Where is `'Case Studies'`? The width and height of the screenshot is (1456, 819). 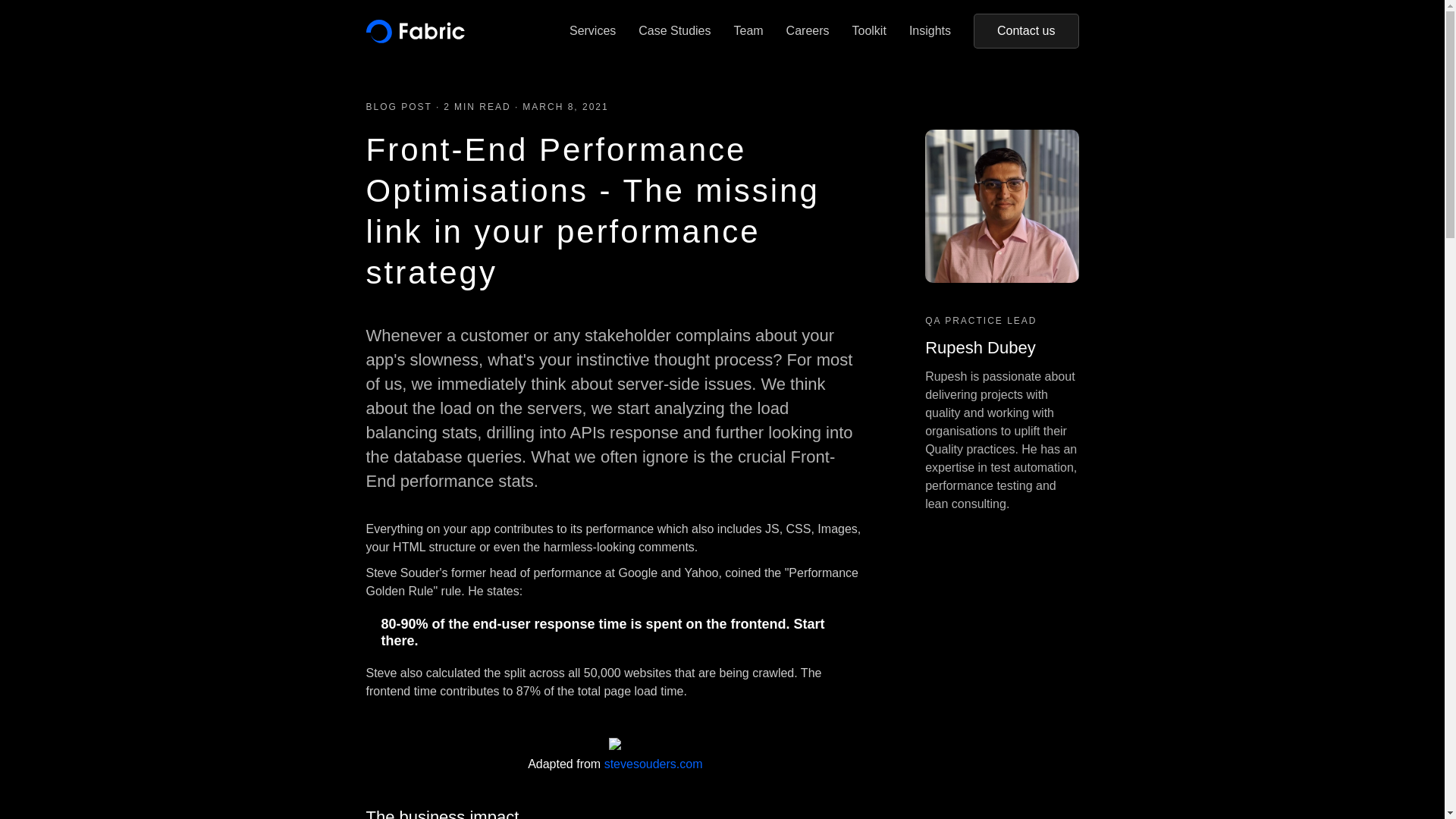 'Case Studies' is located at coordinates (673, 31).